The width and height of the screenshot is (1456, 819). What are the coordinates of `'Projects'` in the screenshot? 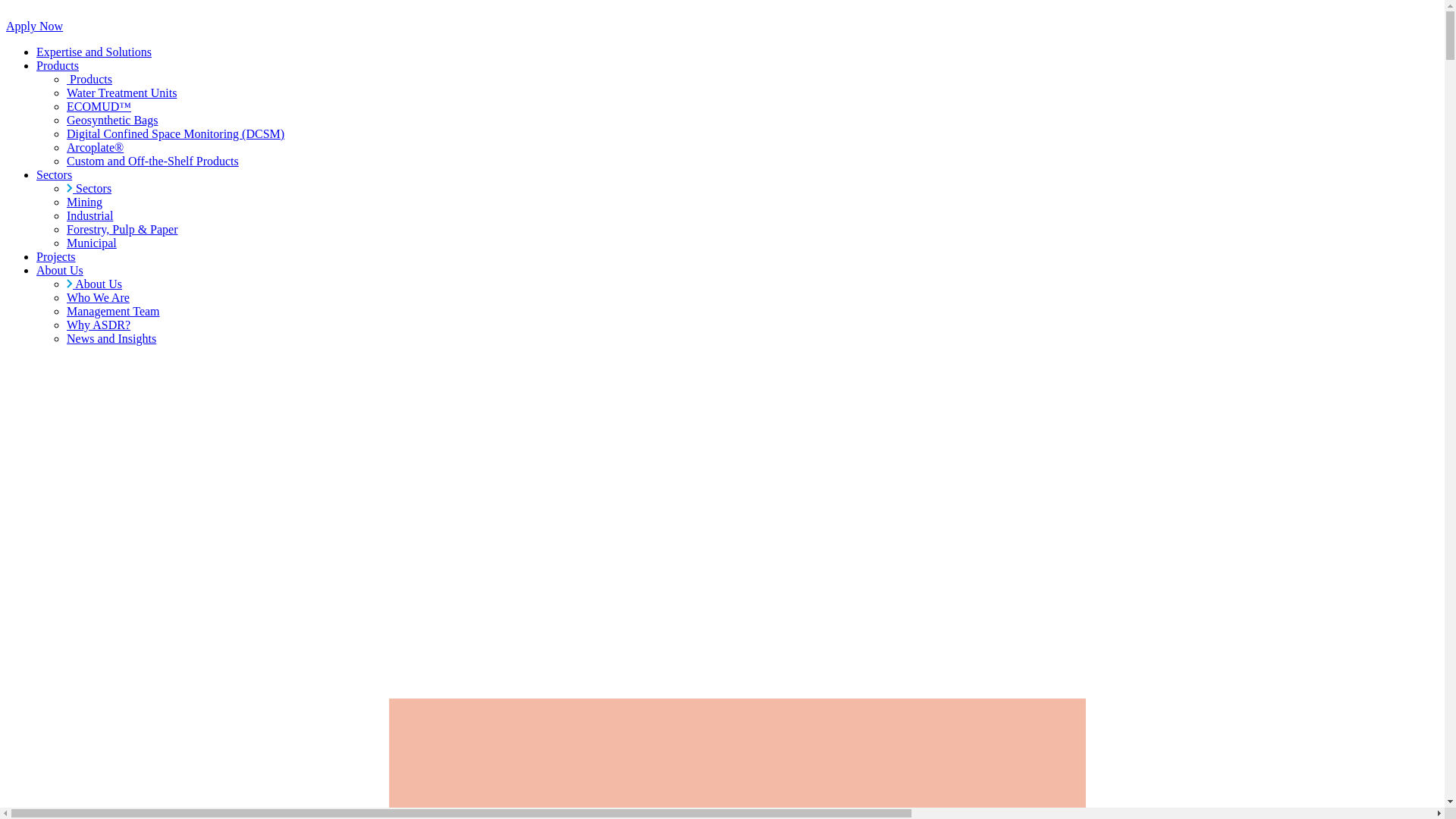 It's located at (55, 256).